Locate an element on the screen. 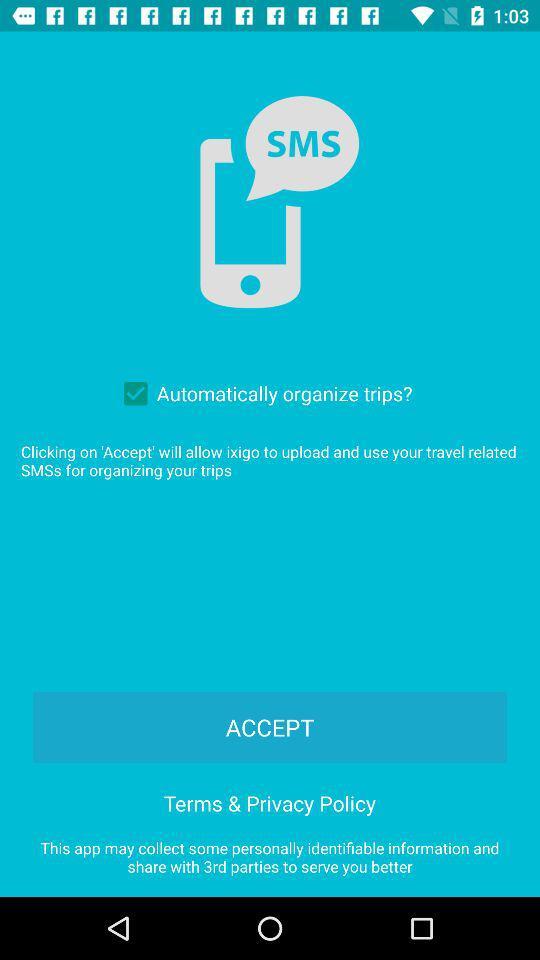 Image resolution: width=540 pixels, height=960 pixels. the terms & privacy policy item is located at coordinates (270, 800).